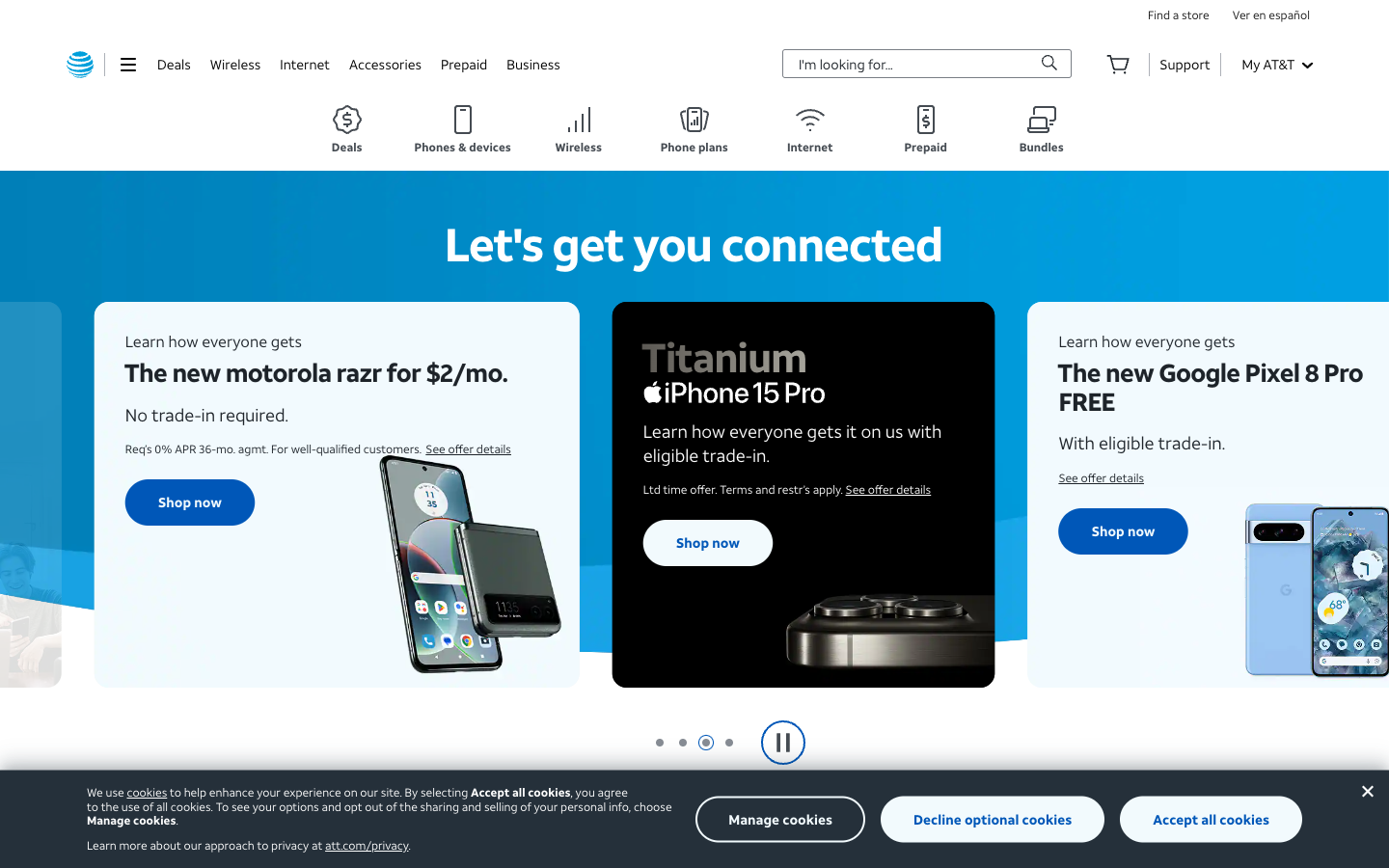  I want to click on Explore different phone packages, so click(694, 129).